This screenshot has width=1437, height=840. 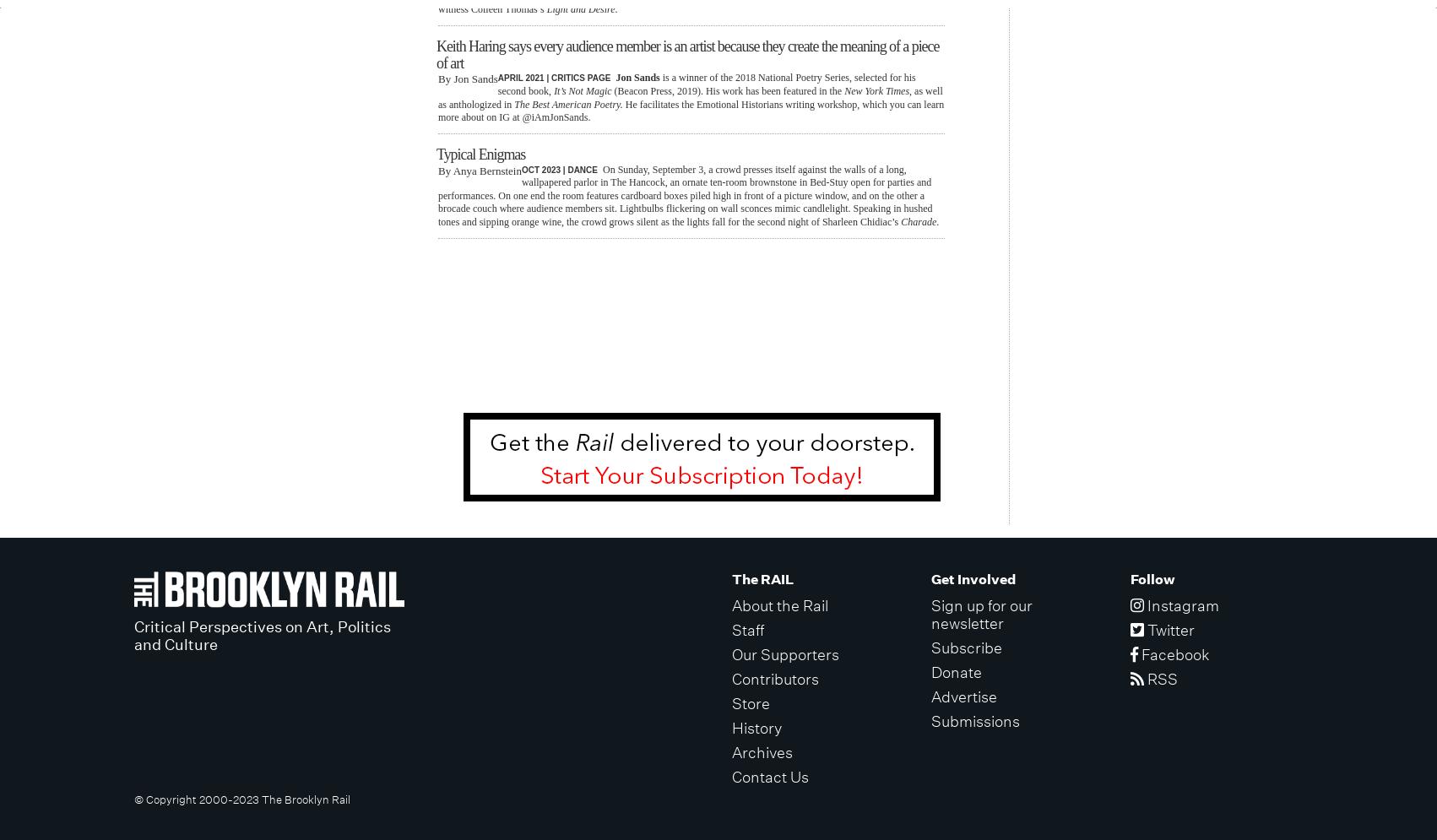 I want to click on 'By Jon Sands', so click(x=467, y=79).